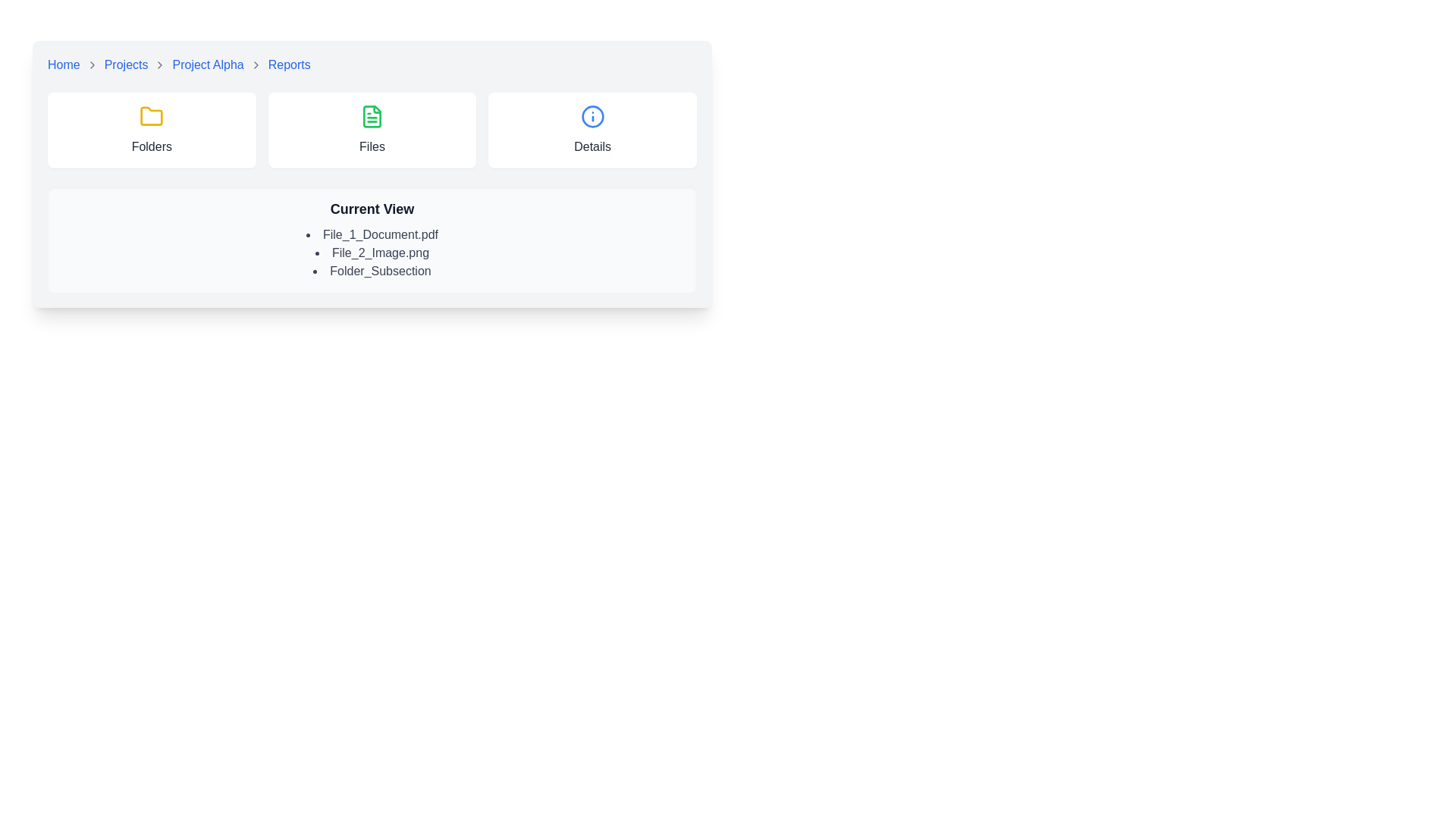 The width and height of the screenshot is (1456, 819). Describe the element at coordinates (372, 130) in the screenshot. I see `the Interactive card labeled 'Files', which is a rectangular card with a white background and a green file icon at the top` at that location.